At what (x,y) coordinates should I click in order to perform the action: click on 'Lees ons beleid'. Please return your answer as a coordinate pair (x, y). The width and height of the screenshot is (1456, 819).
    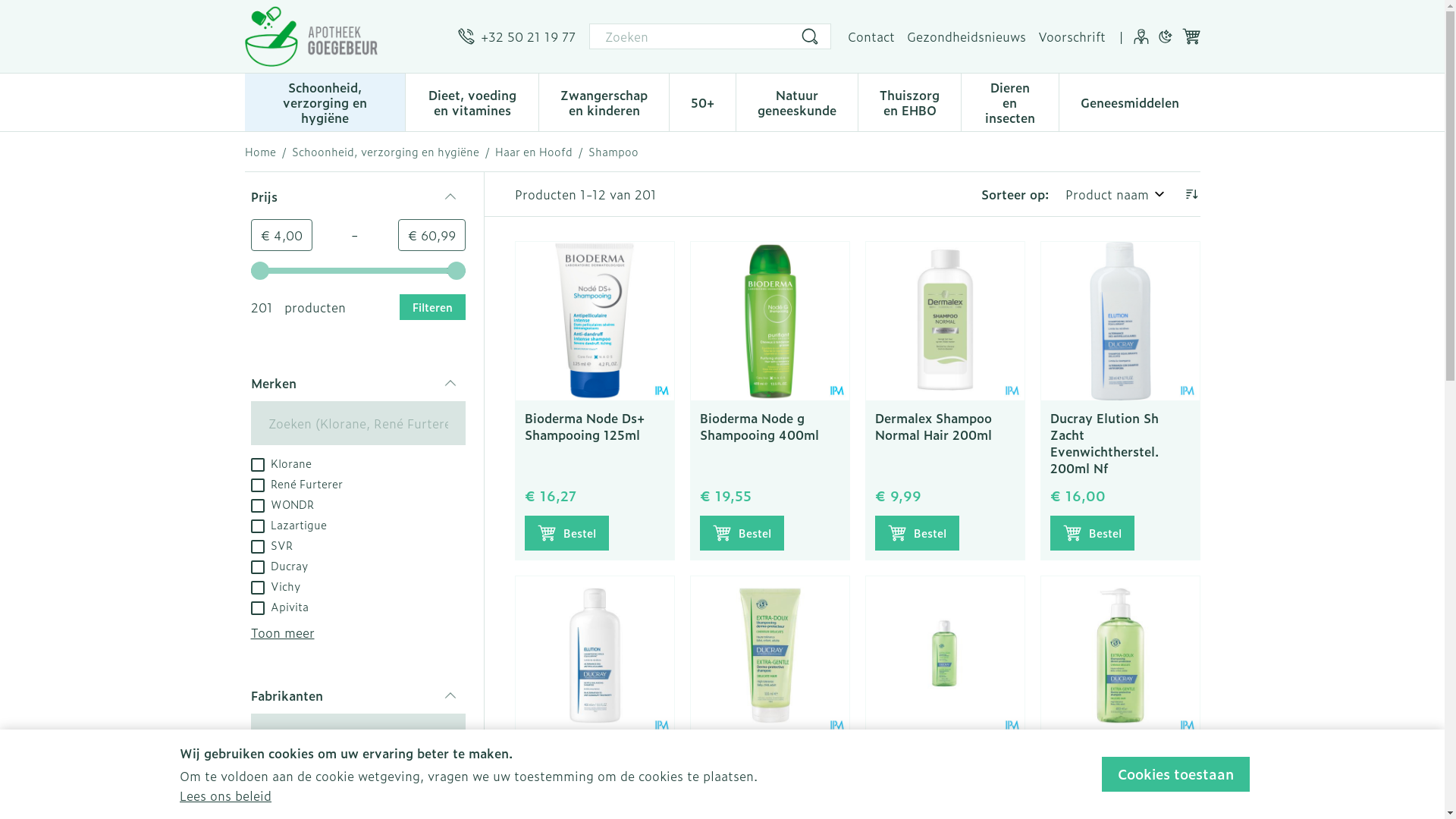
    Looking at the image, I should click on (224, 795).